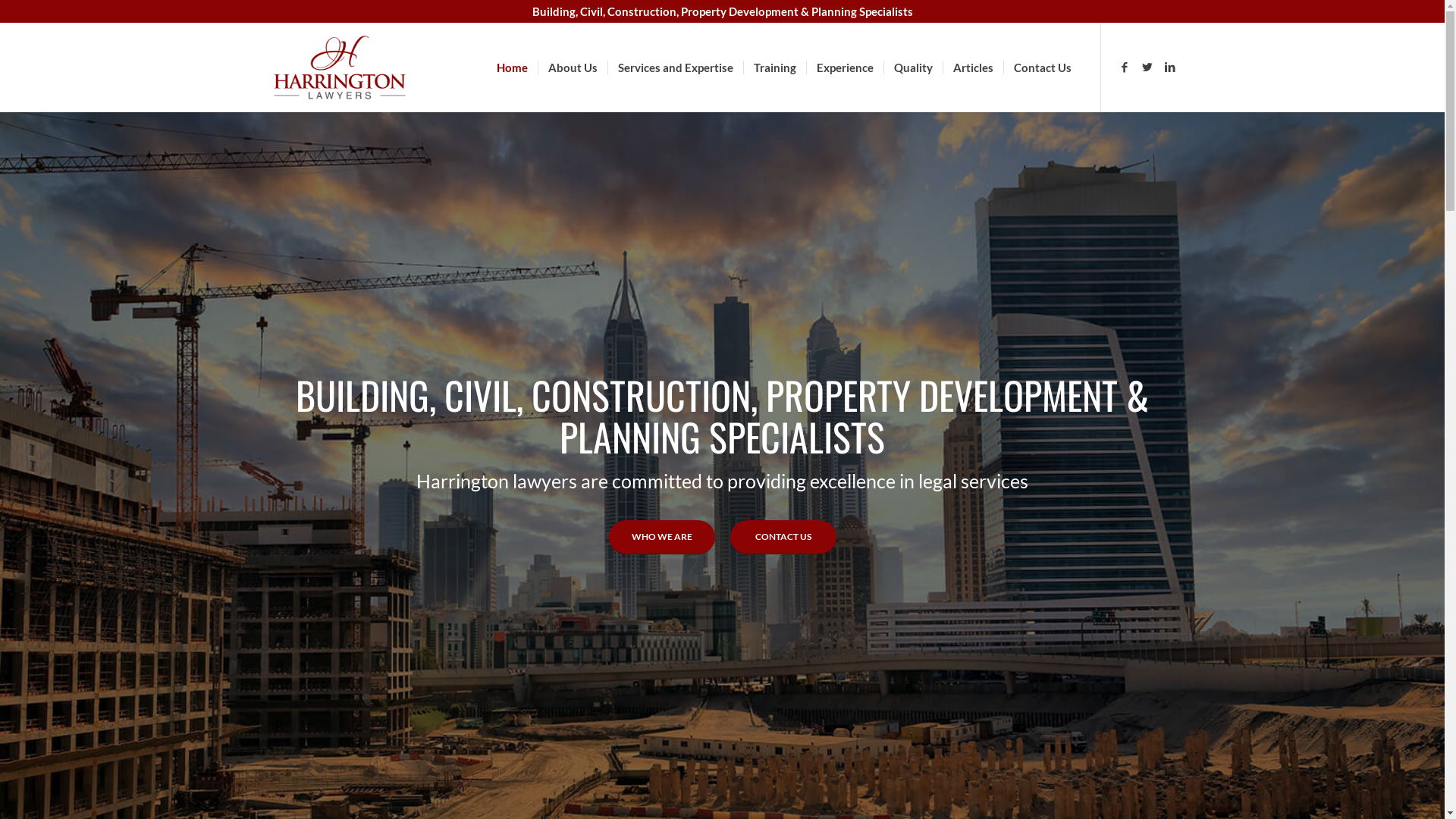 Image resolution: width=1456 pixels, height=819 pixels. I want to click on 'LinkedIn', so click(1169, 66).